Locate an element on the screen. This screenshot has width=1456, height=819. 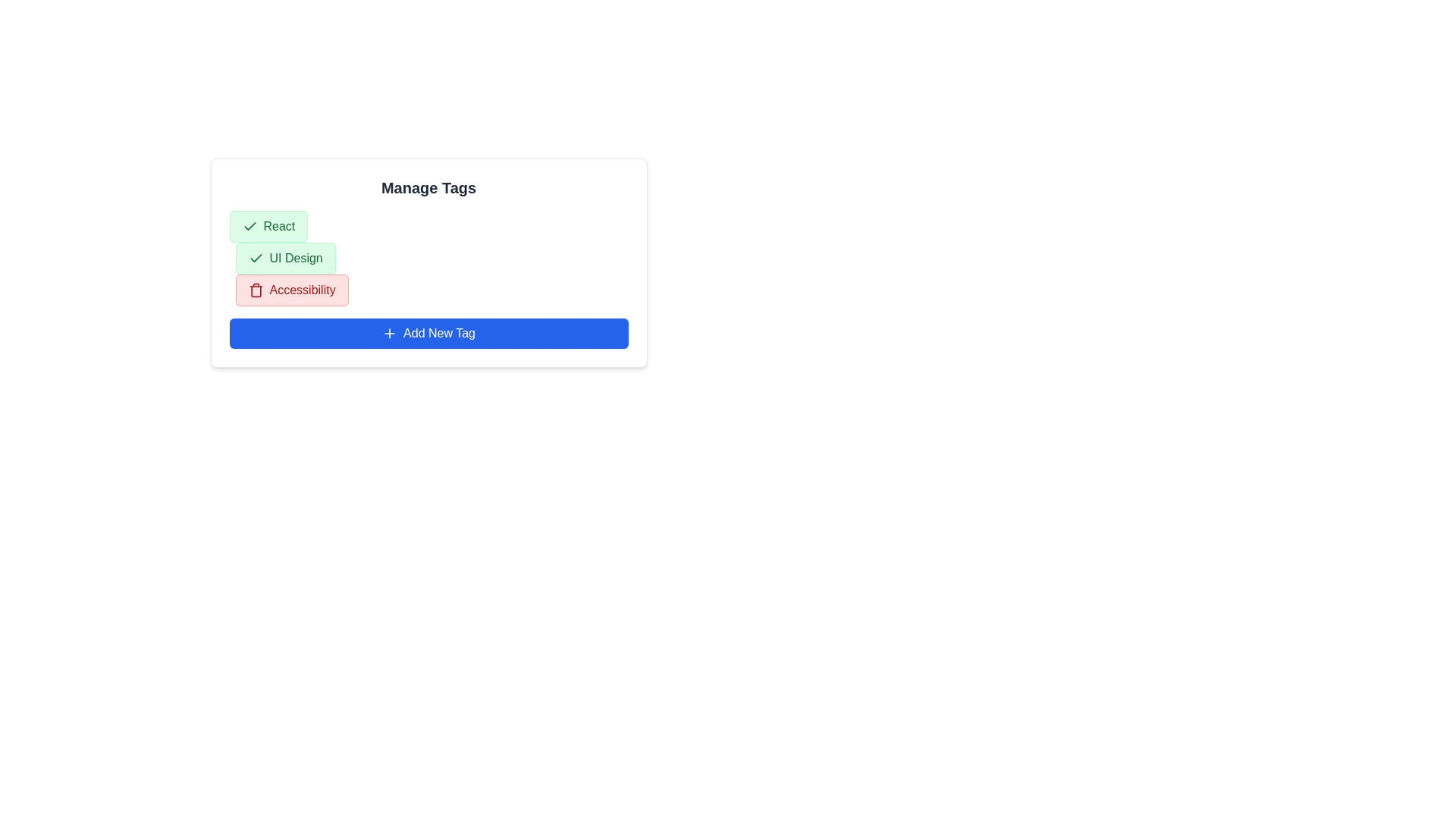
the state of the small green checkmark icon located to the left of the 'UI Design' label, which is part of a button-like UI component is located at coordinates (256, 257).